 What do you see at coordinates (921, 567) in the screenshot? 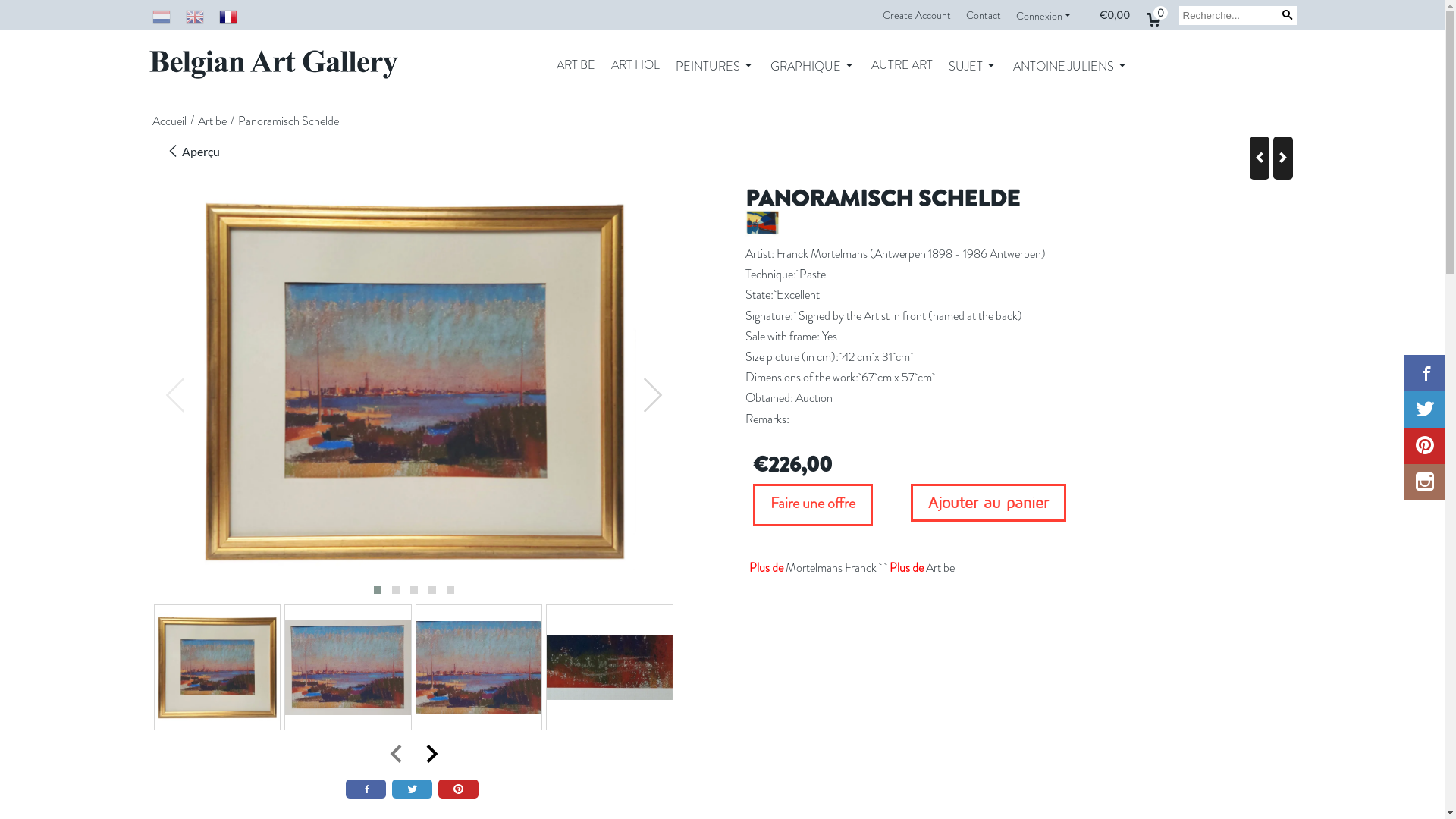
I see `'Plus de Art be'` at bounding box center [921, 567].